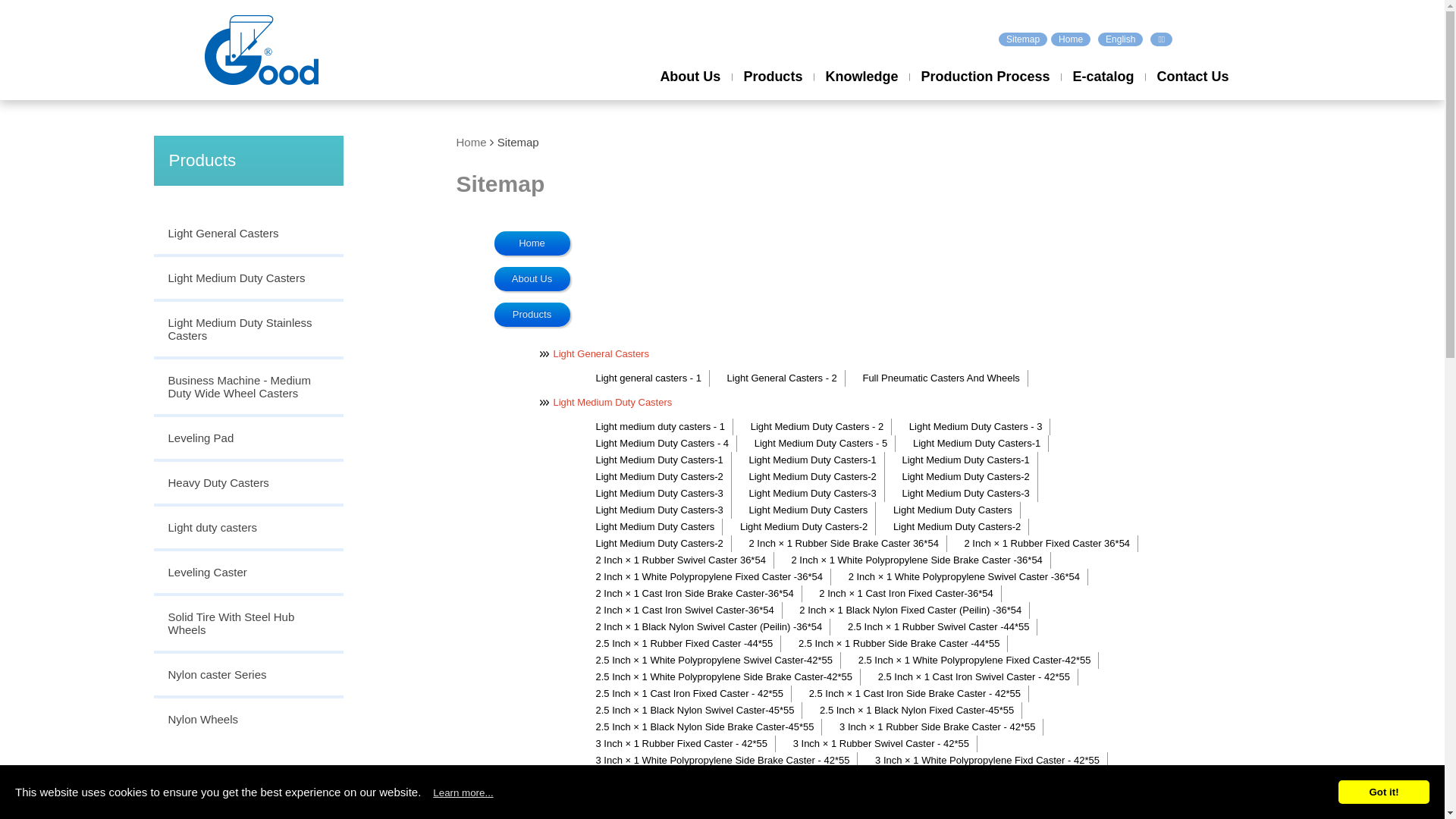  What do you see at coordinates (203, 49) in the screenshot?
I see `'GREAT MING LEN ENTERPRISE CO., LTD.'` at bounding box center [203, 49].